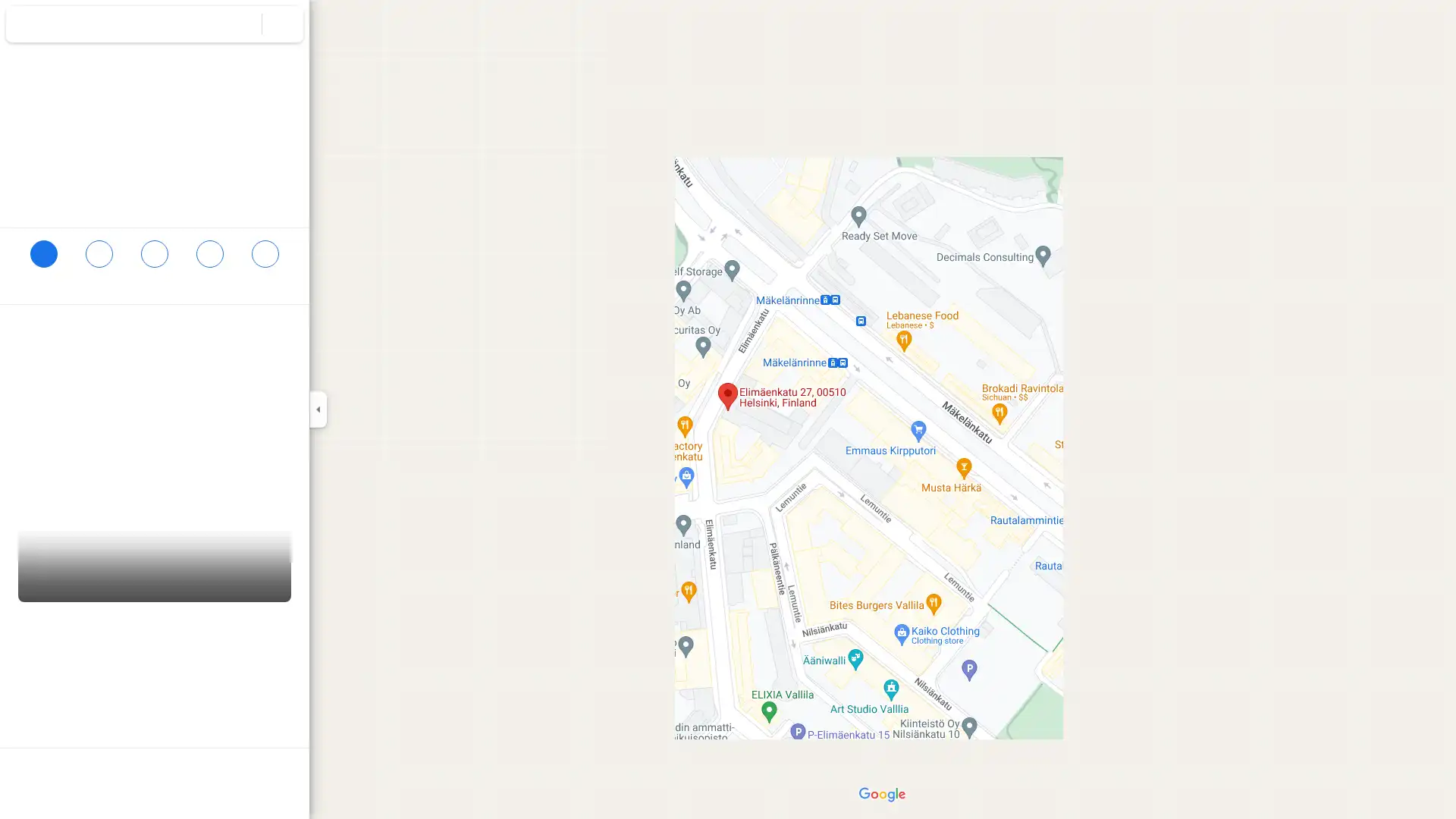  Describe the element at coordinates (240, 24) in the screenshot. I see `Search` at that location.